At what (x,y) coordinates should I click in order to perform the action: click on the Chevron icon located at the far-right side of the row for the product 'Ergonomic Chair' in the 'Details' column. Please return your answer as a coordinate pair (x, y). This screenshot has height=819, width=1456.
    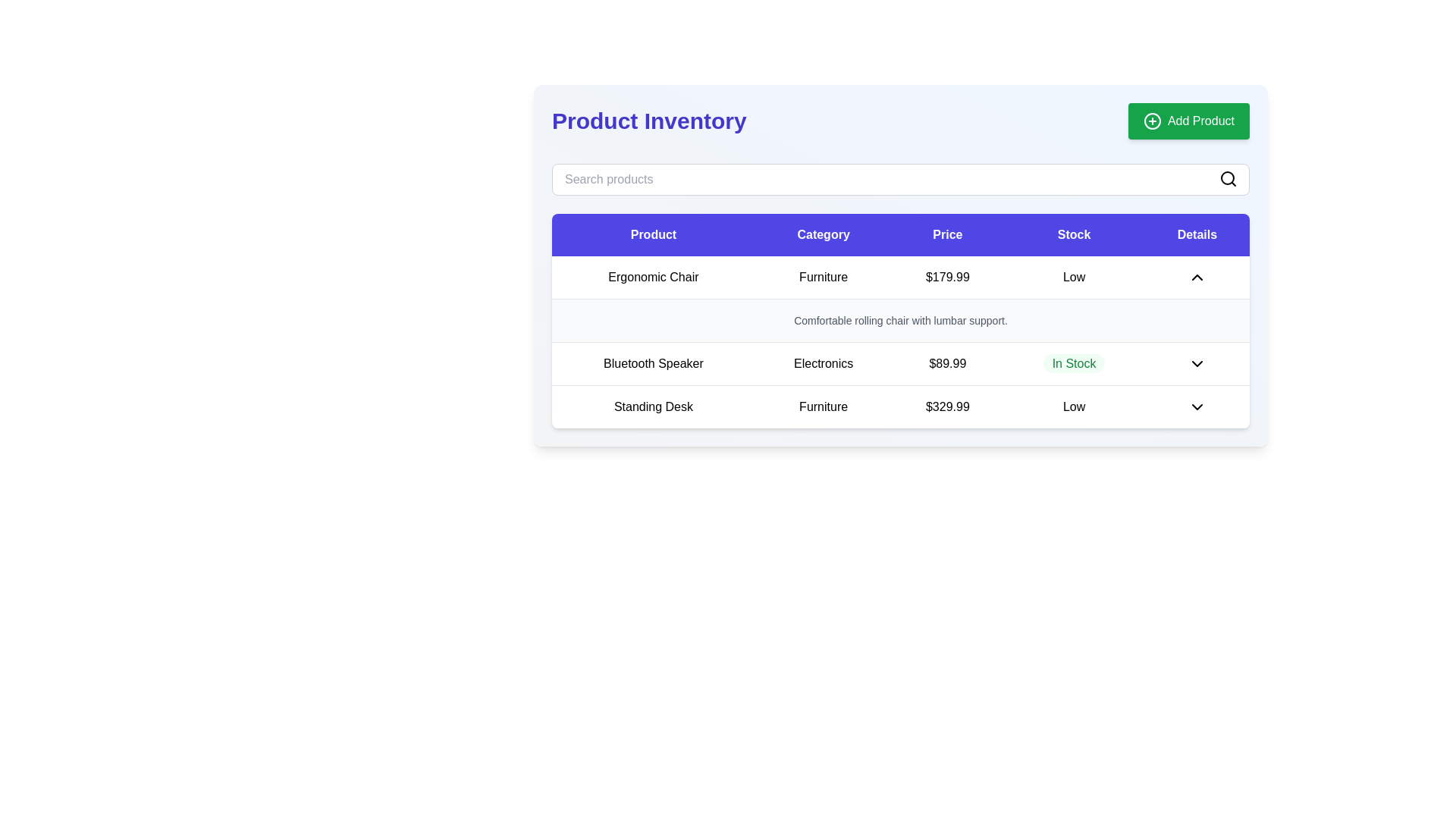
    Looking at the image, I should click on (1196, 278).